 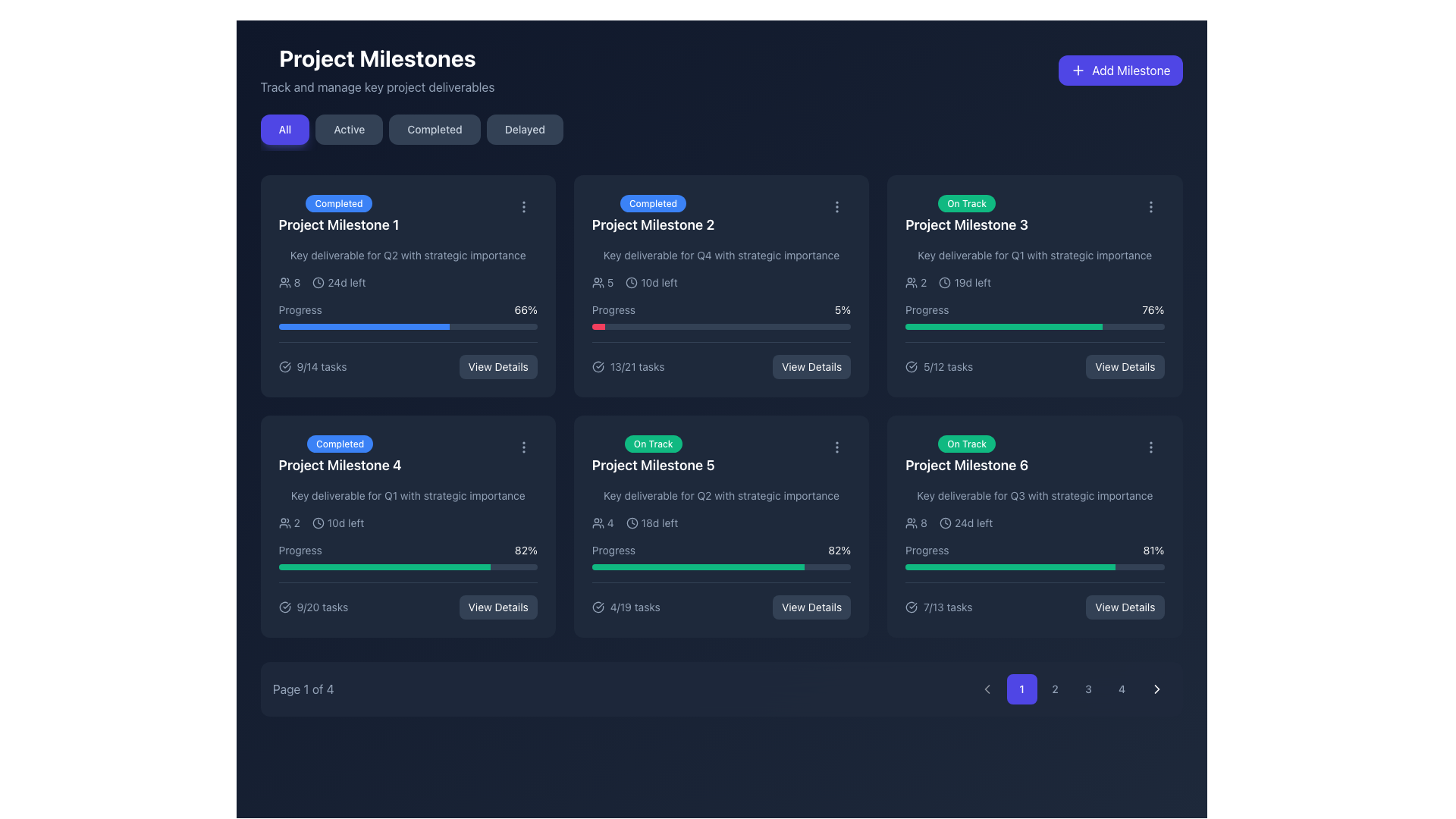 I want to click on the progress indicator displaying the percentage of progress made towards completing Project Milestone 4 for further interactions, so click(x=408, y=556).